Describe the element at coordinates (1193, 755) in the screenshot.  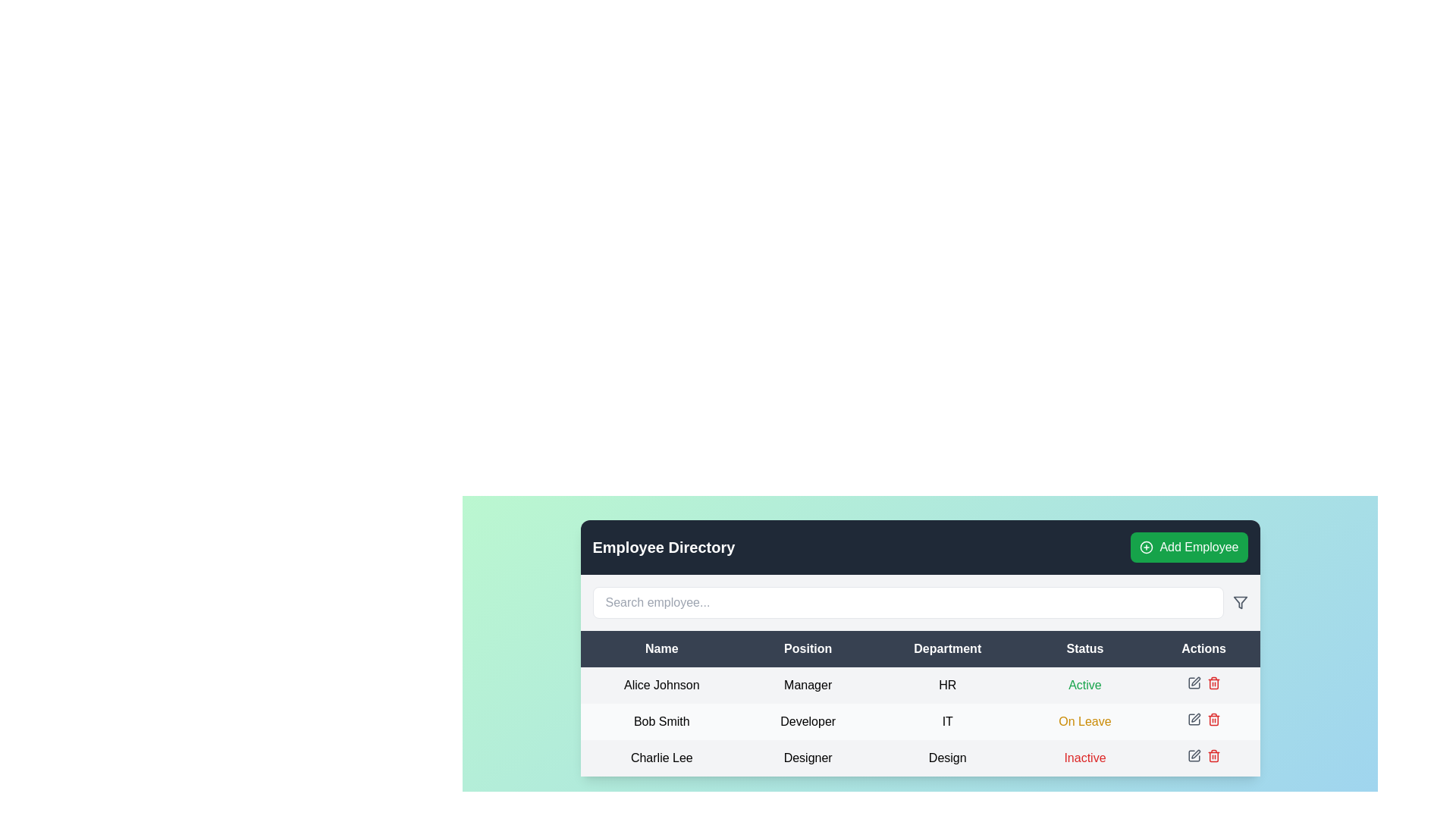
I see `the edit action button for 'Charlie Lee' in the third row of the table` at that location.